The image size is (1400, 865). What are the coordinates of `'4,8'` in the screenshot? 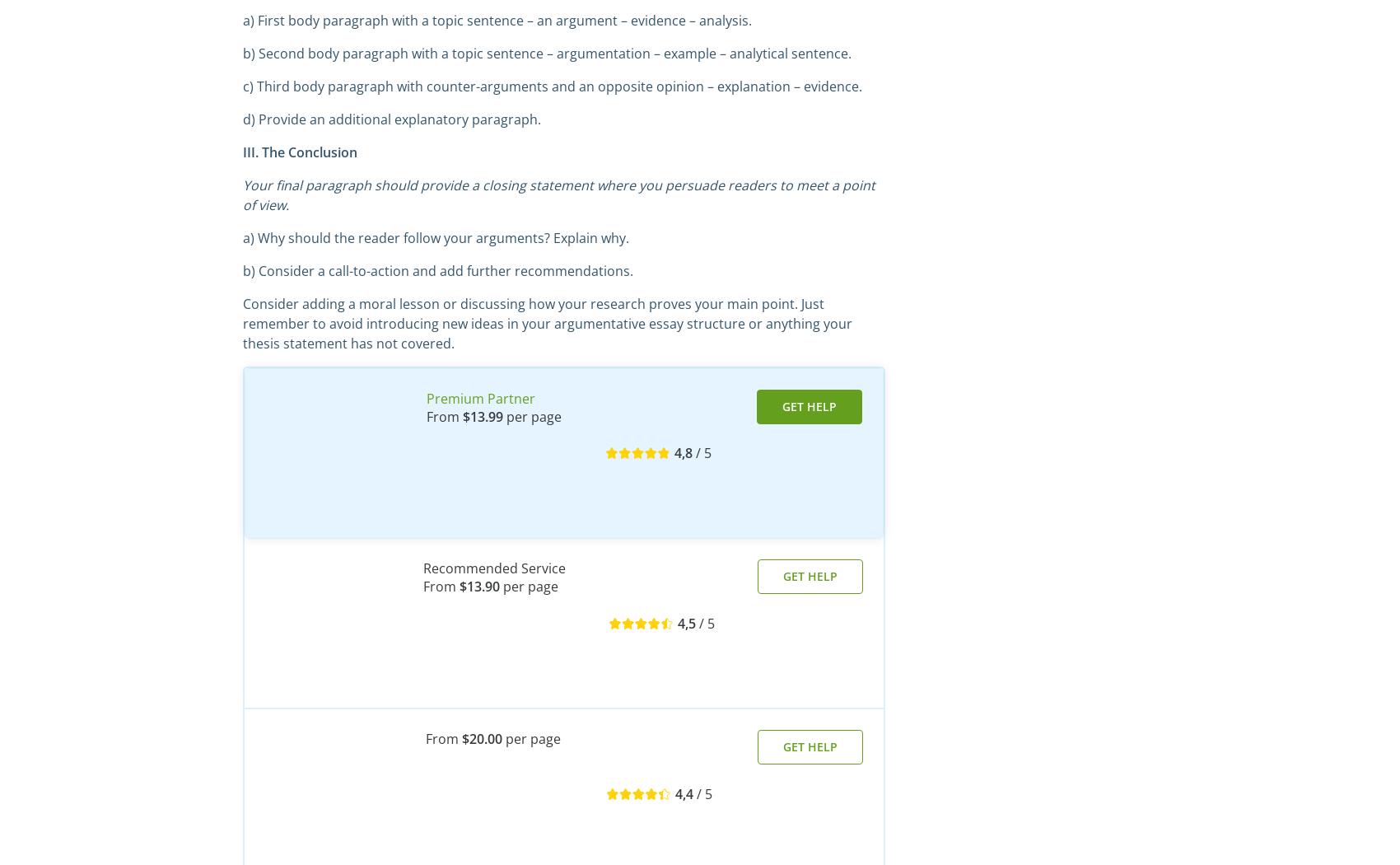 It's located at (682, 452).